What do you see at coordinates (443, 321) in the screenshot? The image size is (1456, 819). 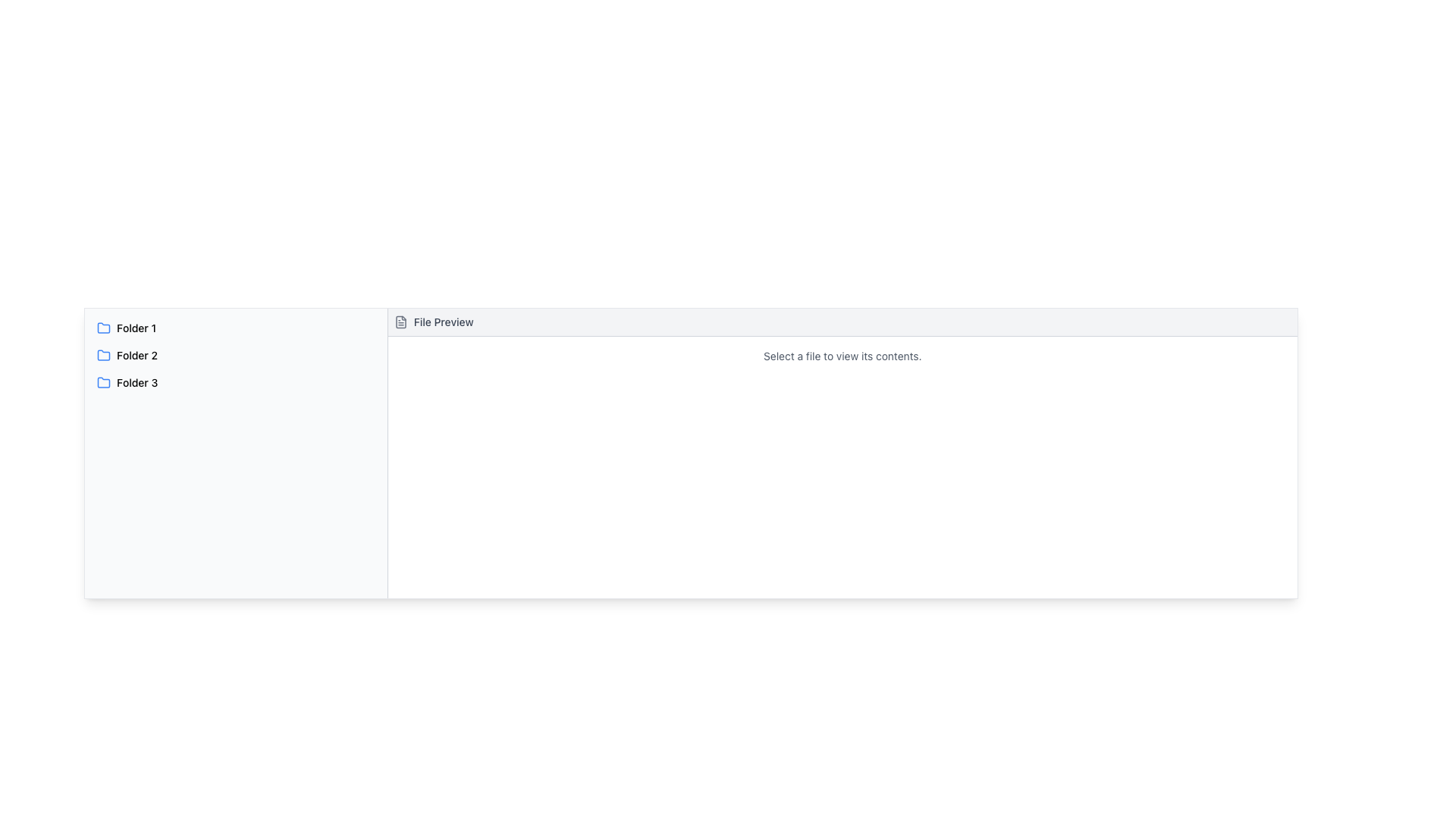 I see `the 'File Preview' text label, which is displayed in a medium-sized, gray, slightly bold font, located in the horizontal header bar next to a document icon` at bounding box center [443, 321].